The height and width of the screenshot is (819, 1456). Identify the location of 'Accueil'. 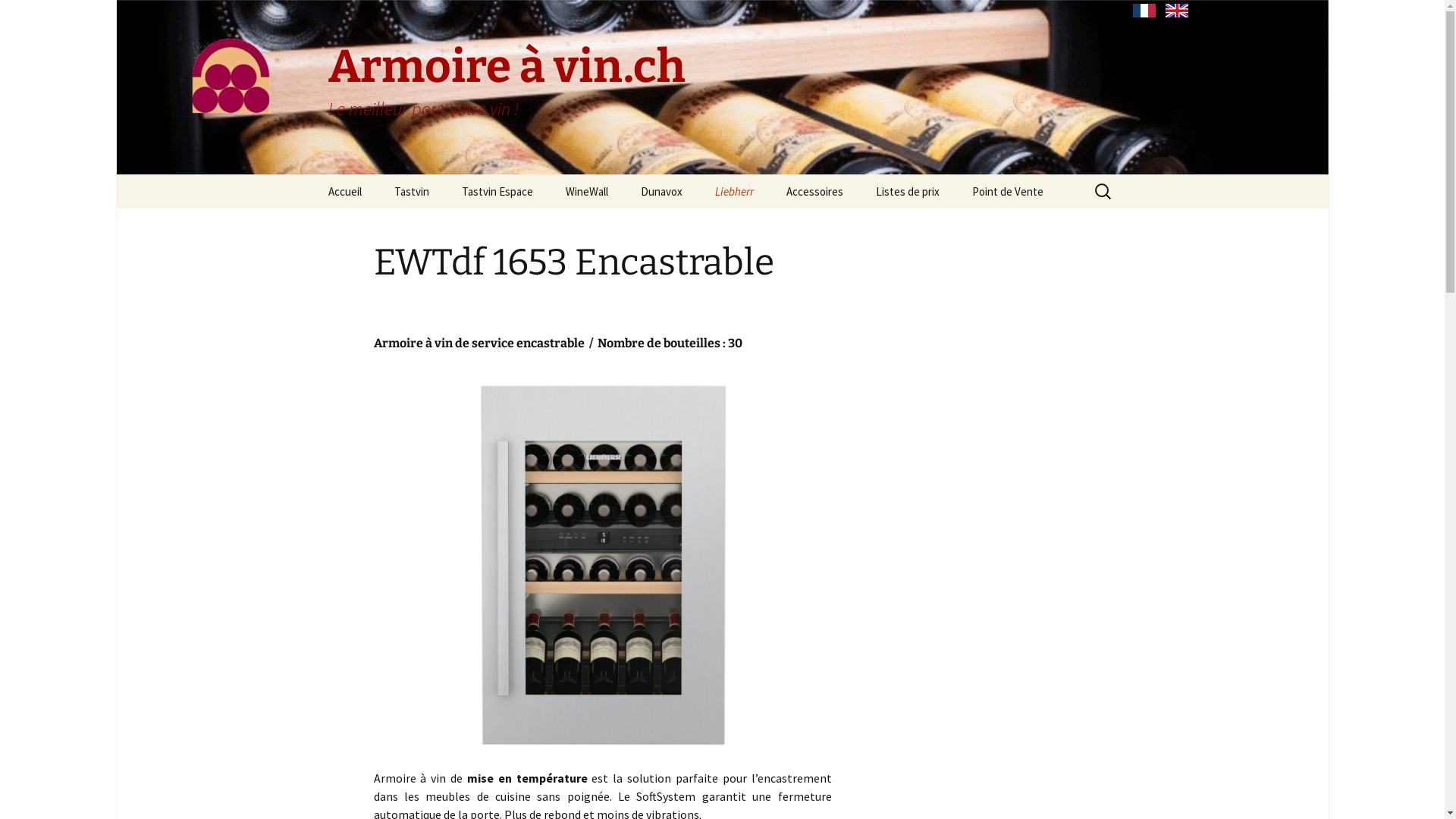
(344, 190).